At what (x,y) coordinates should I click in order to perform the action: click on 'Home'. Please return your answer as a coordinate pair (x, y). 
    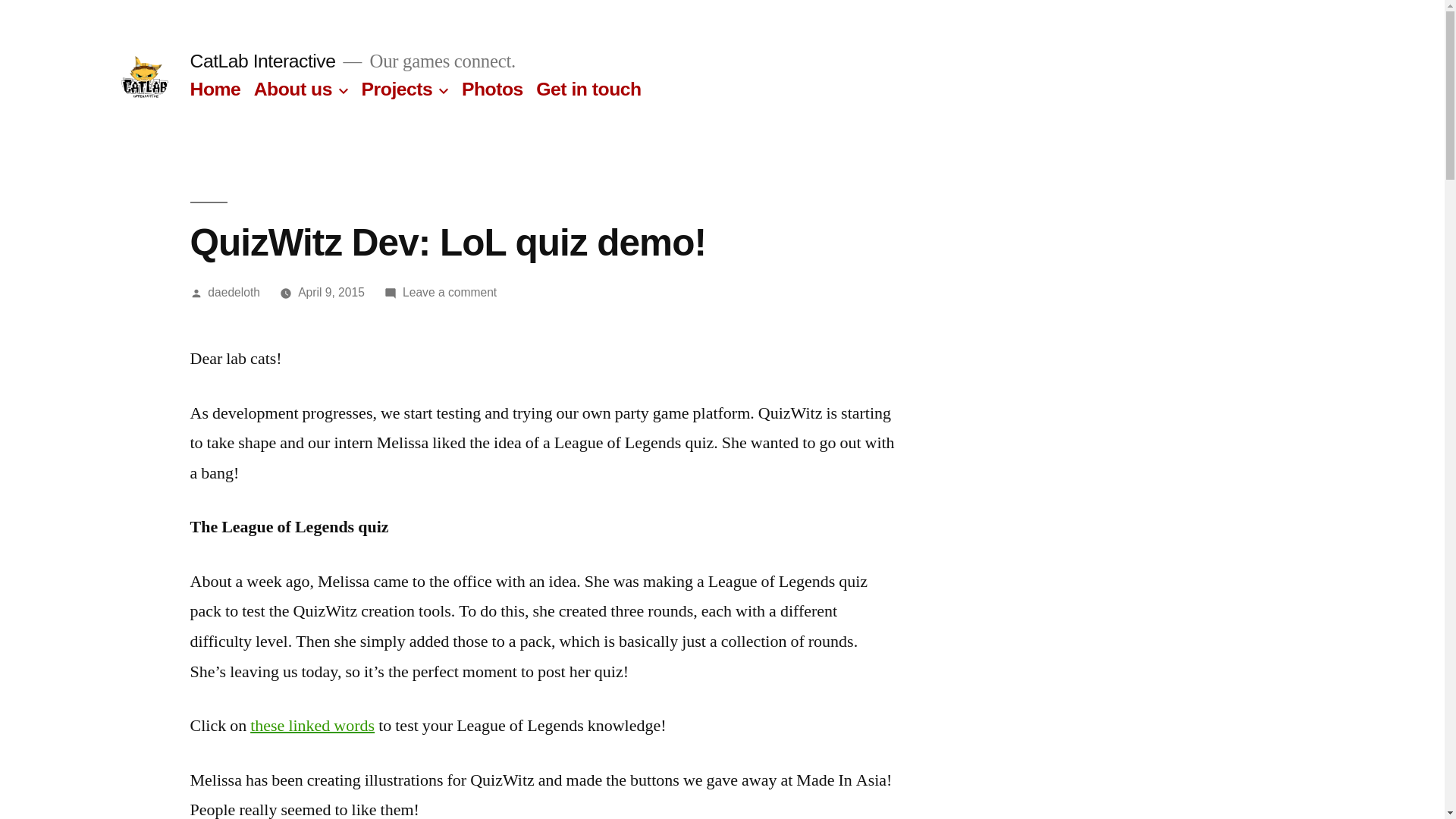
    Looking at the image, I should click on (214, 89).